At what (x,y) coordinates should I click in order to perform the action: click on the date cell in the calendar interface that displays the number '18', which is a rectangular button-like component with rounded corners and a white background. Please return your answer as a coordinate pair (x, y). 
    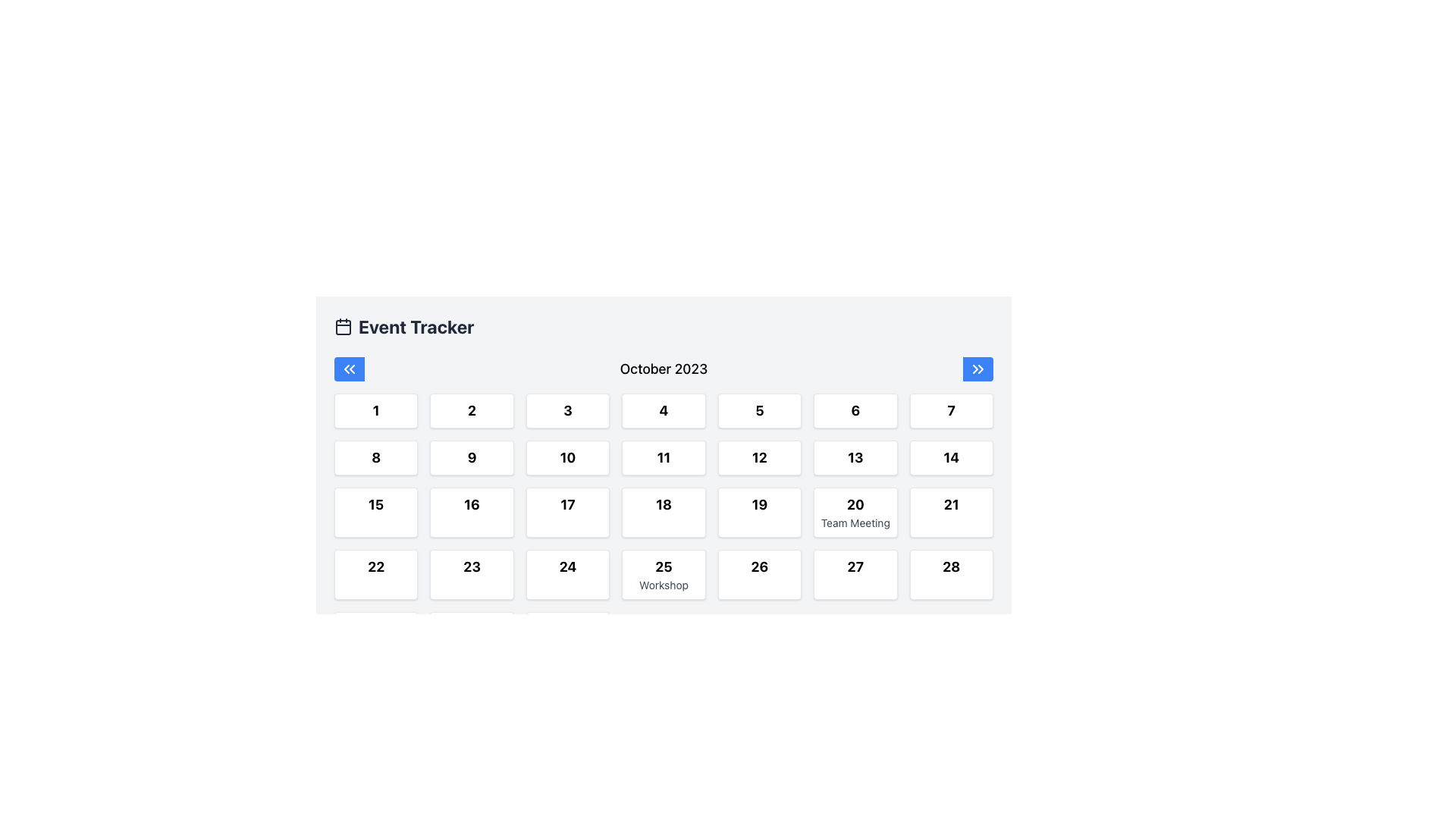
    Looking at the image, I should click on (664, 512).